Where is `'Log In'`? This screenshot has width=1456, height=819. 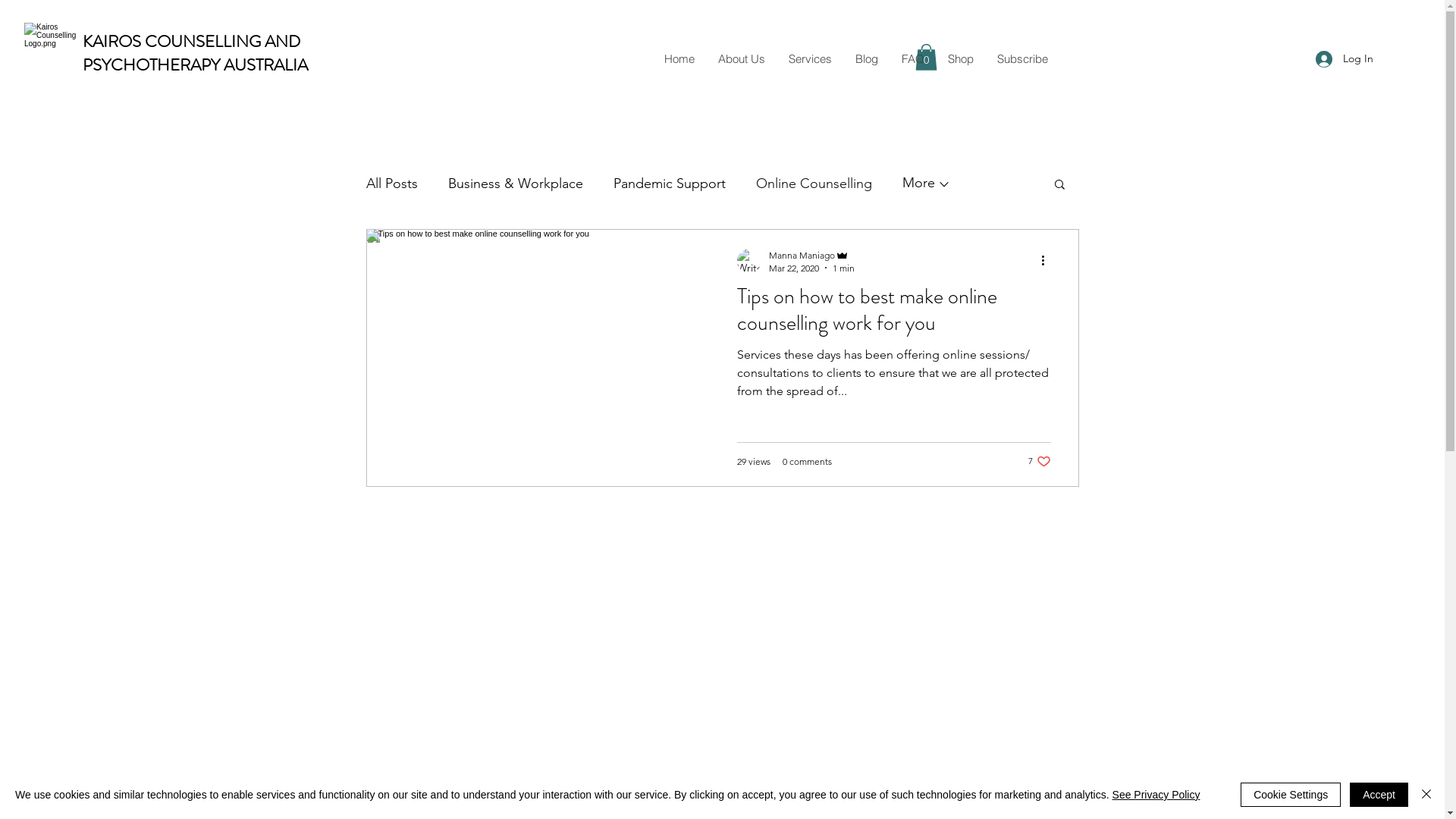 'Log In' is located at coordinates (1344, 58).